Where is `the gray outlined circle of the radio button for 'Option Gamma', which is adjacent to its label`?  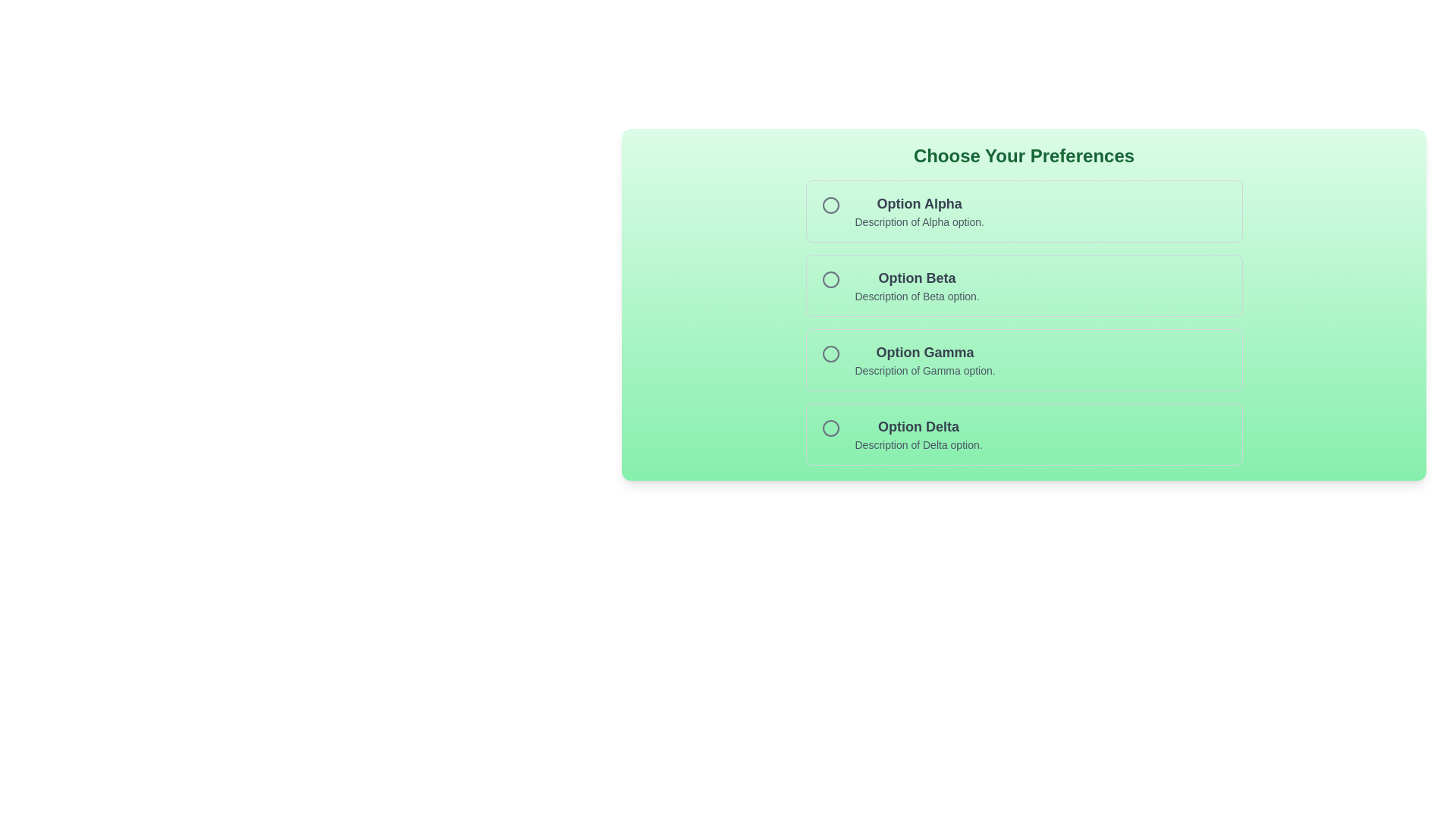
the gray outlined circle of the radio button for 'Option Gamma', which is adjacent to its label is located at coordinates (830, 353).